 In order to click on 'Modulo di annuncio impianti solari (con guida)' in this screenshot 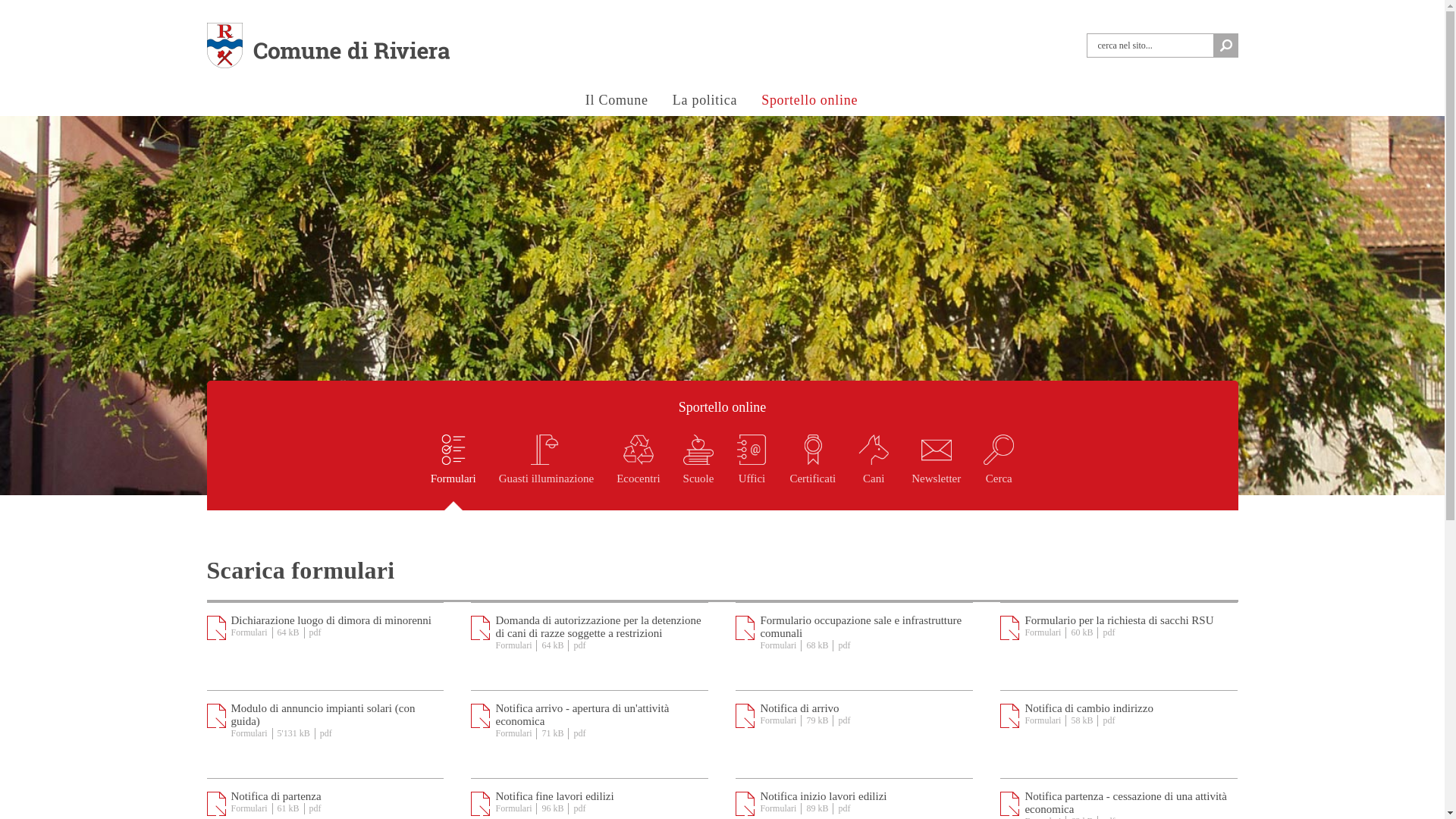, I will do `click(322, 714)`.